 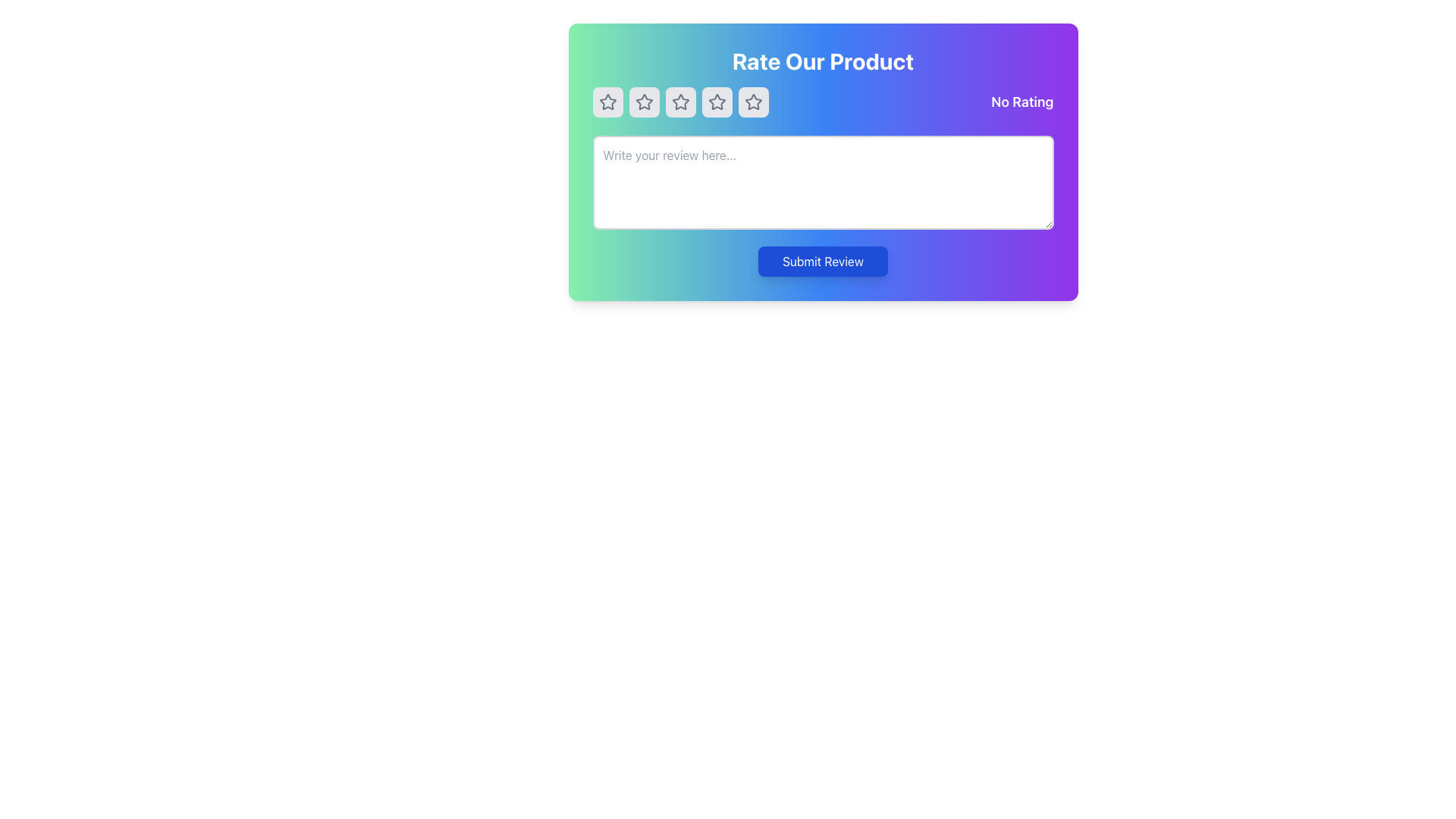 What do you see at coordinates (679, 102) in the screenshot?
I see `the third star icon in the interactive star rating button row` at bounding box center [679, 102].